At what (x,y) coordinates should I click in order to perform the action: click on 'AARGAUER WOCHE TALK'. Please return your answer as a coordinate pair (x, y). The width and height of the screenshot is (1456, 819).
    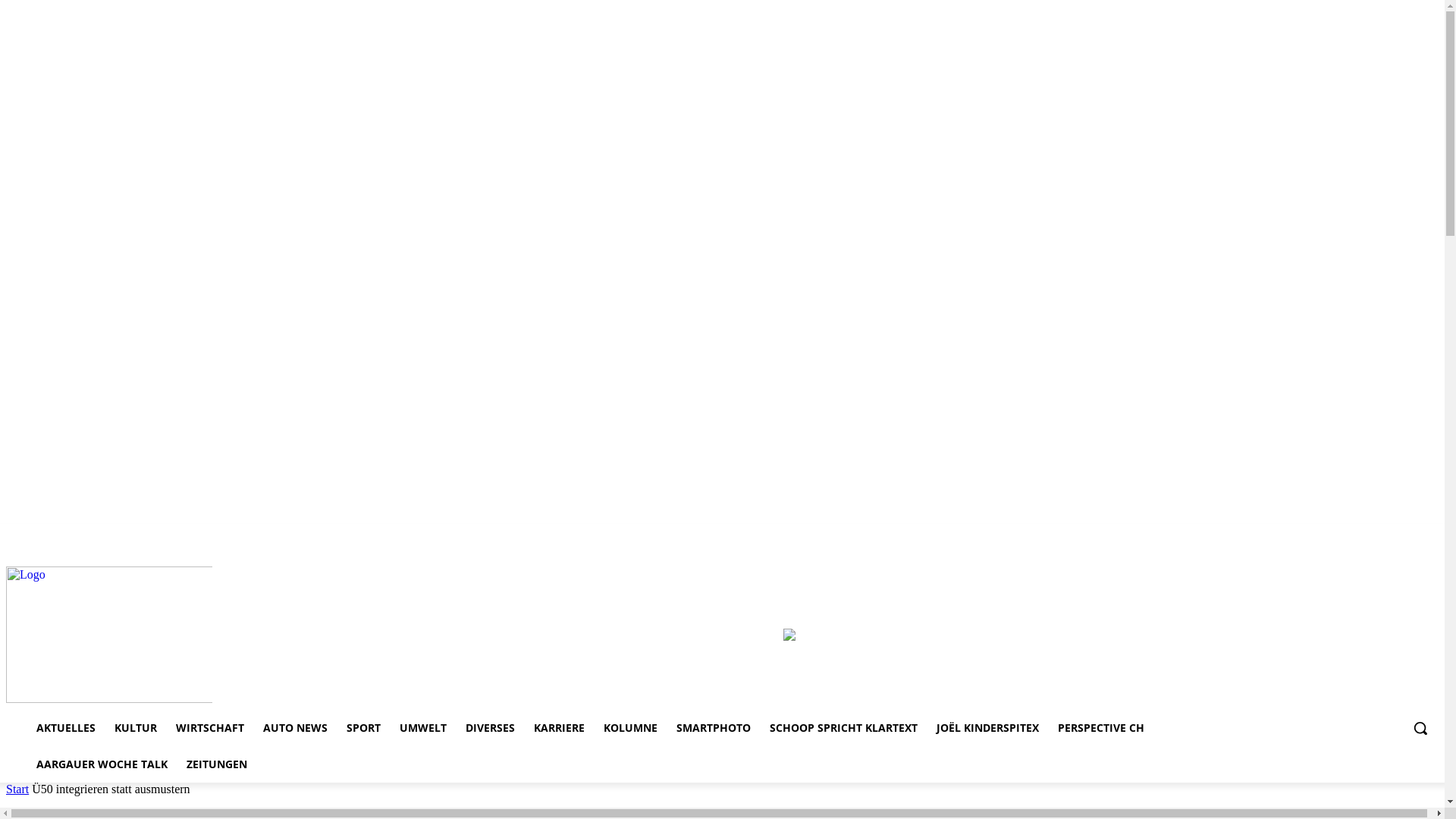
    Looking at the image, I should click on (101, 764).